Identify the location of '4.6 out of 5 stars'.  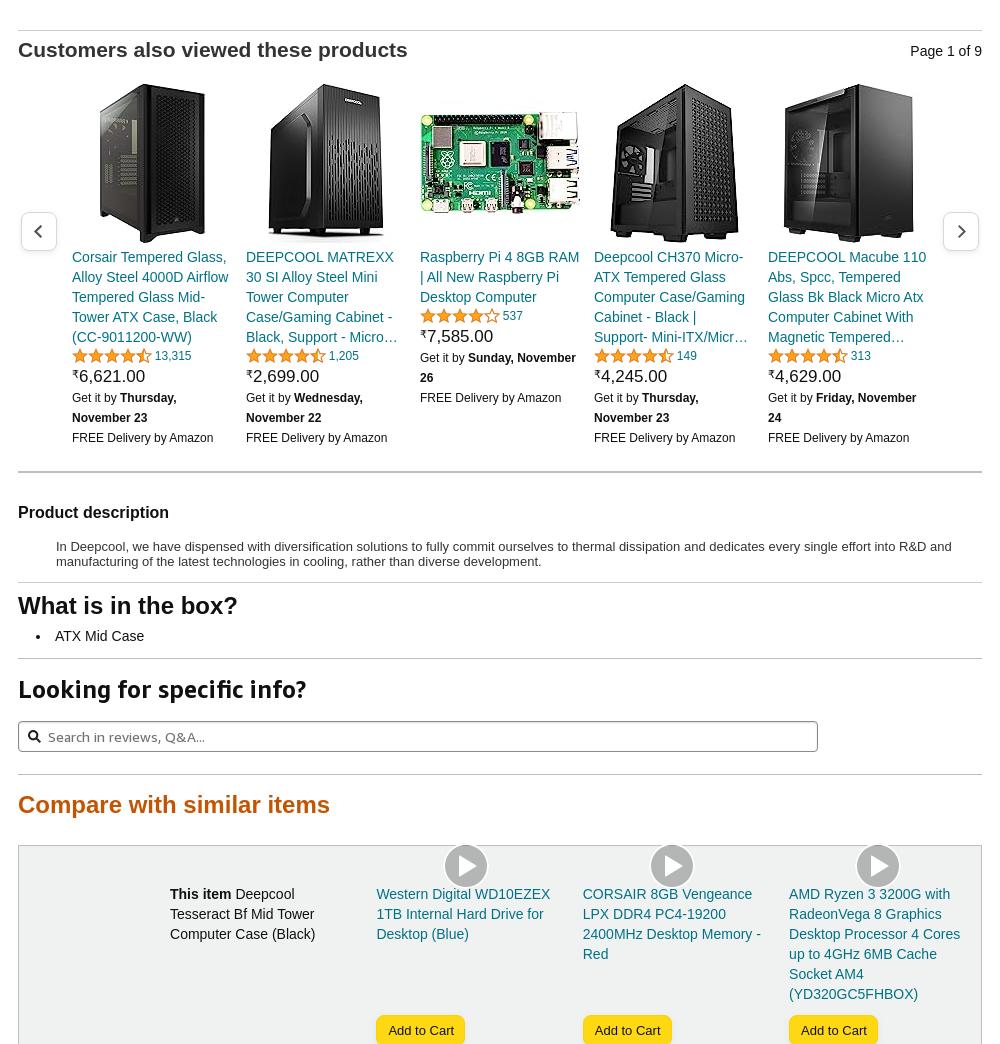
(629, 362).